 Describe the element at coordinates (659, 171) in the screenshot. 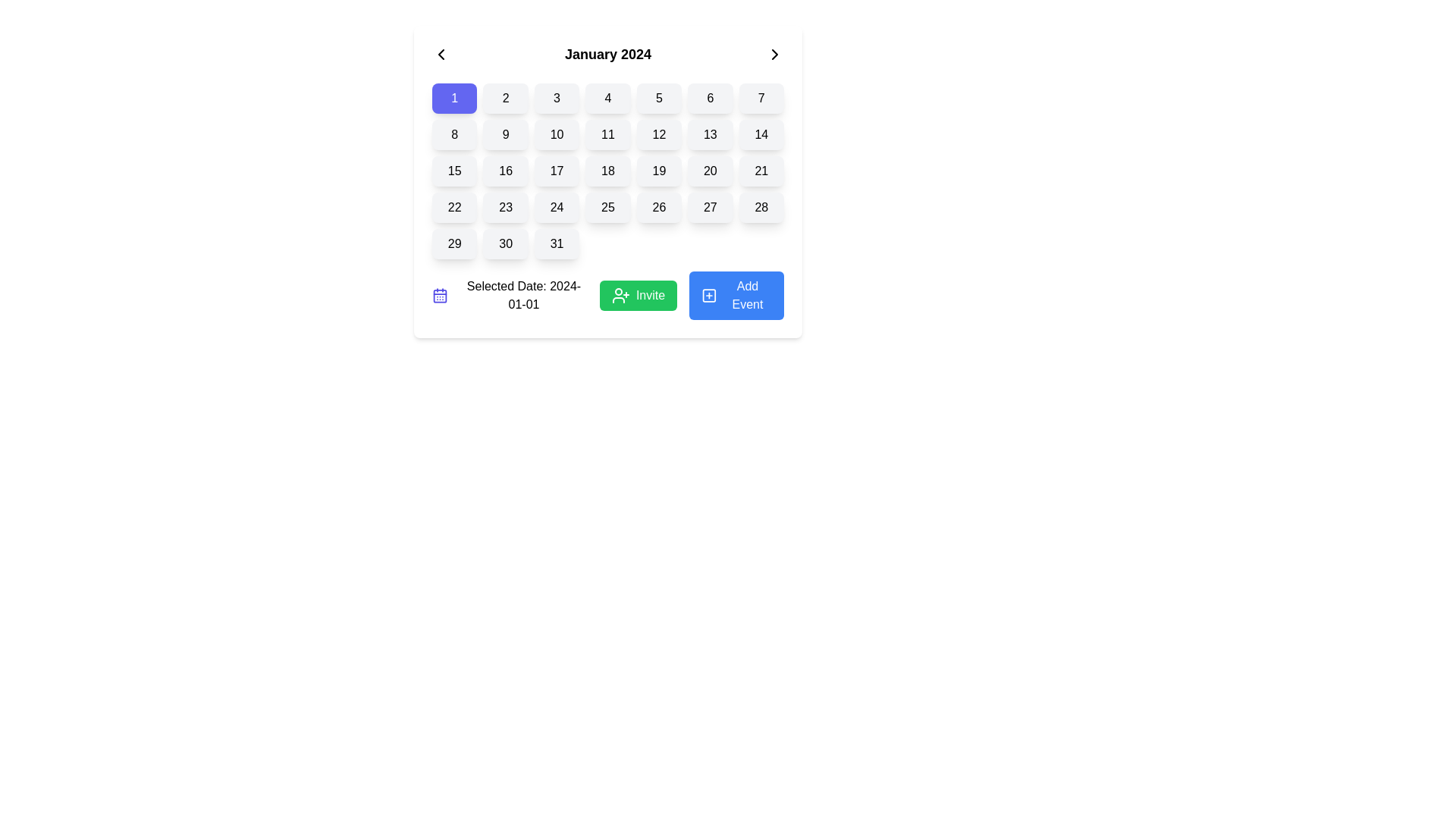

I see `the button-like calendar day cell displaying the number '19' in bold black text` at that location.